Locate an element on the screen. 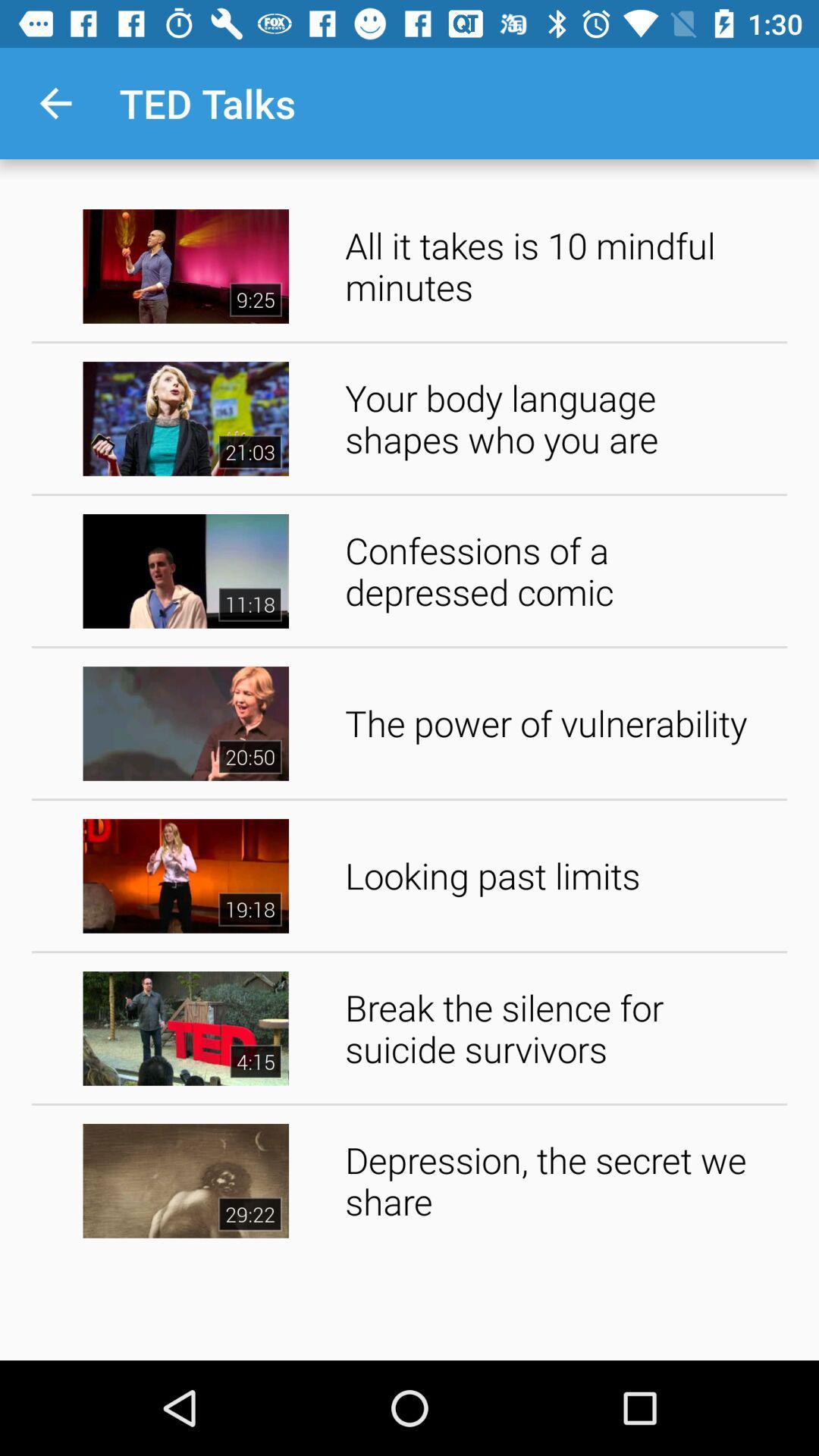  app above the power of is located at coordinates (560, 570).